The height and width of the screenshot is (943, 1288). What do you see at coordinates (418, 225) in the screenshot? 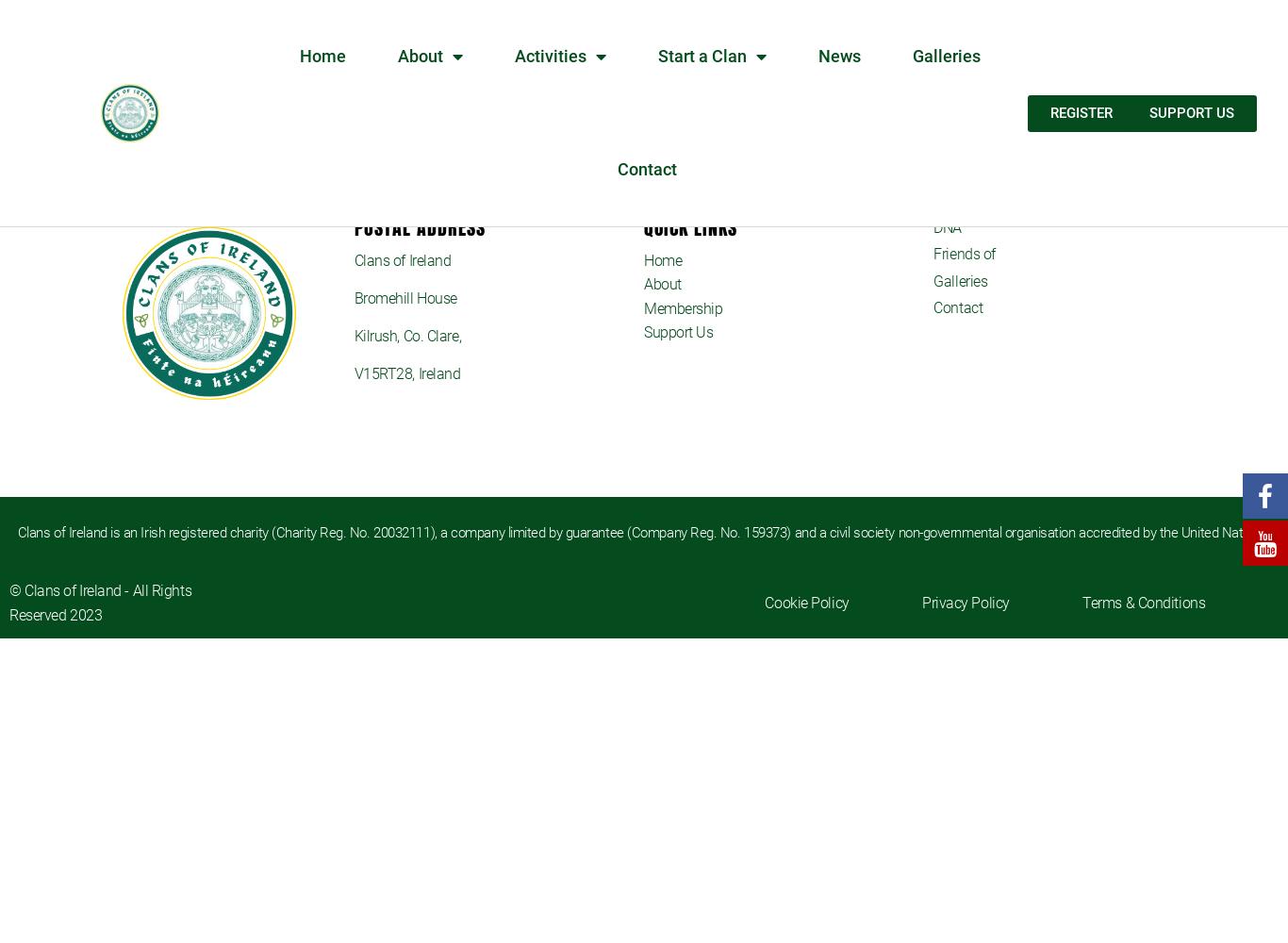
I see `'Postal Address'` at bounding box center [418, 225].